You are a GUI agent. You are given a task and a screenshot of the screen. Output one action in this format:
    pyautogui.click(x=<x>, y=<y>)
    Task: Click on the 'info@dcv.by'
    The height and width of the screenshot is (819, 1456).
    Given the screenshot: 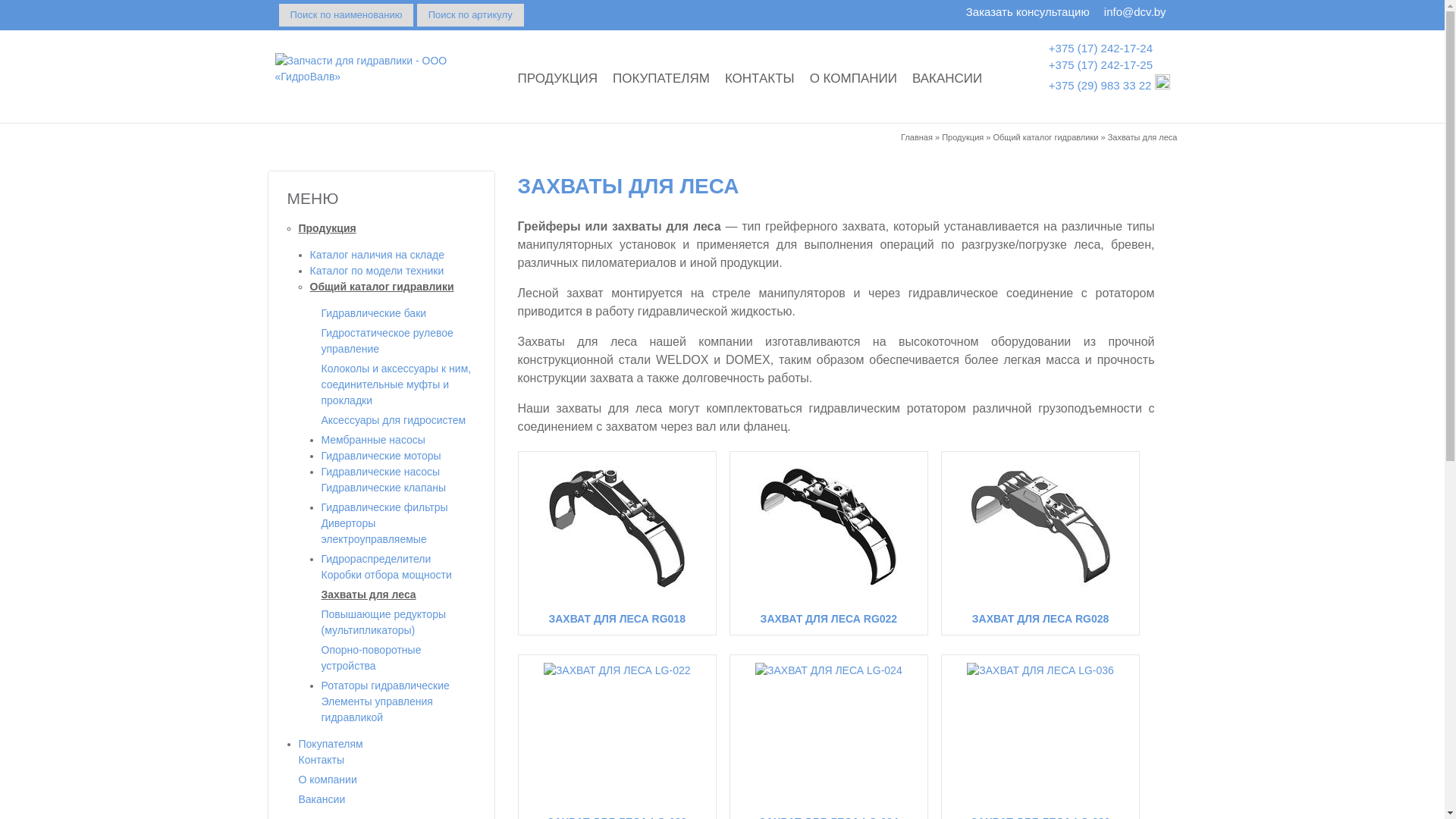 What is the action you would take?
    pyautogui.click(x=1103, y=11)
    